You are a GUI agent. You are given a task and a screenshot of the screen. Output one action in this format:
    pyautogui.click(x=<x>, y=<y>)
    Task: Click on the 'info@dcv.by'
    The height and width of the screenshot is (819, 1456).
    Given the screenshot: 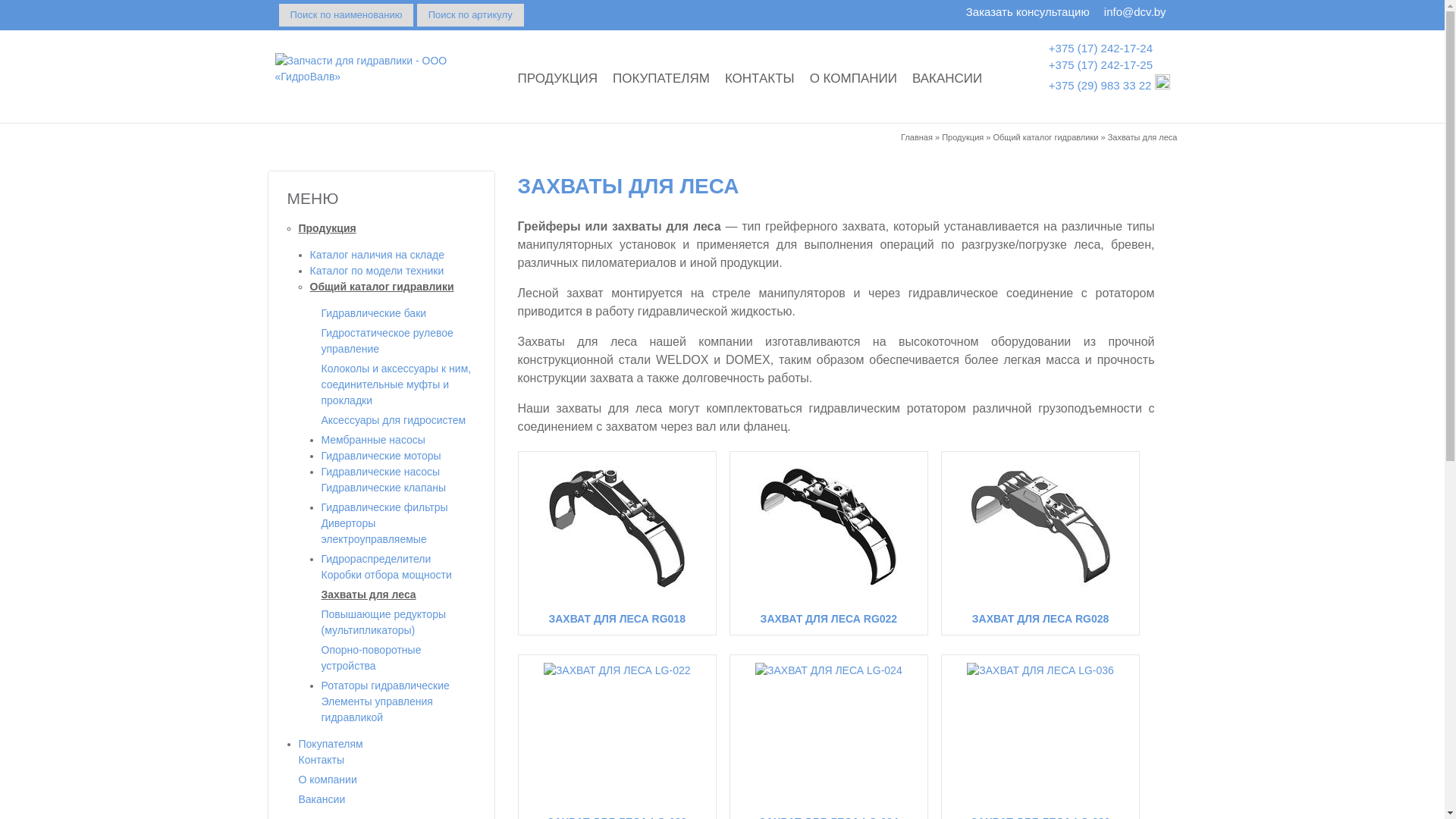 What is the action you would take?
    pyautogui.click(x=1103, y=11)
    